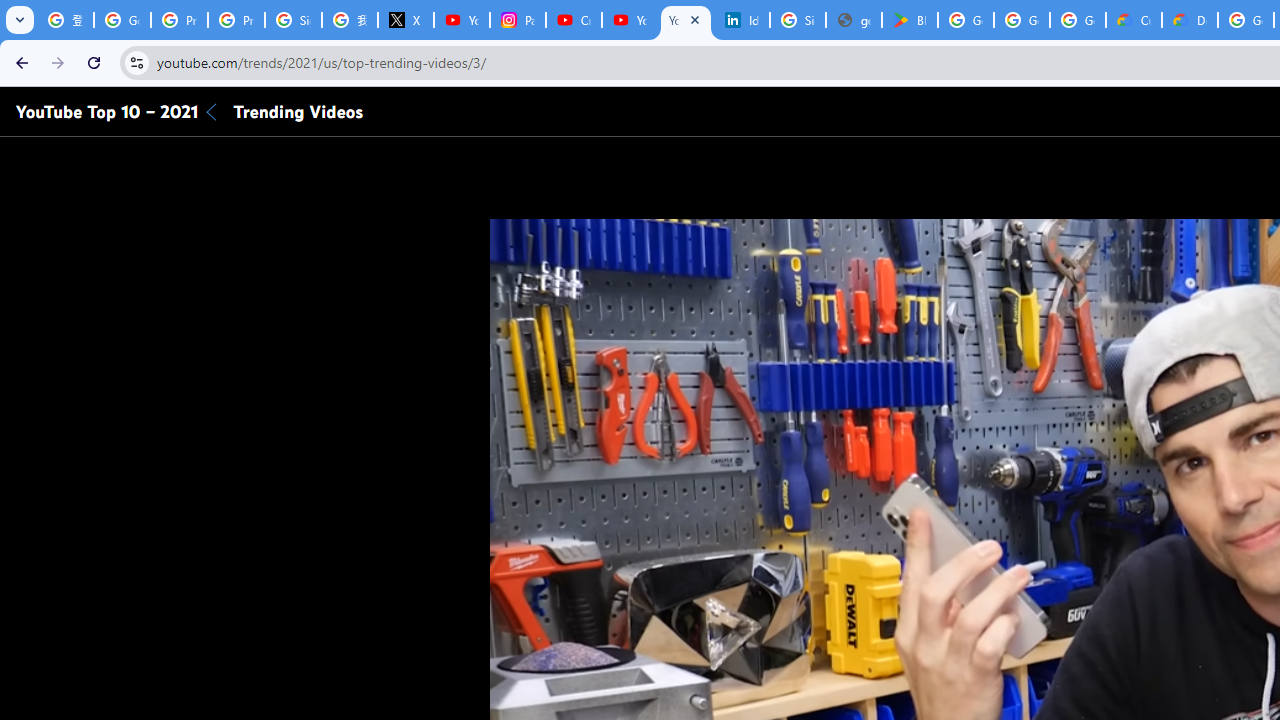 The image size is (1280, 720). What do you see at coordinates (179, 20) in the screenshot?
I see `'Privacy Help Center - Policies Help'` at bounding box center [179, 20].